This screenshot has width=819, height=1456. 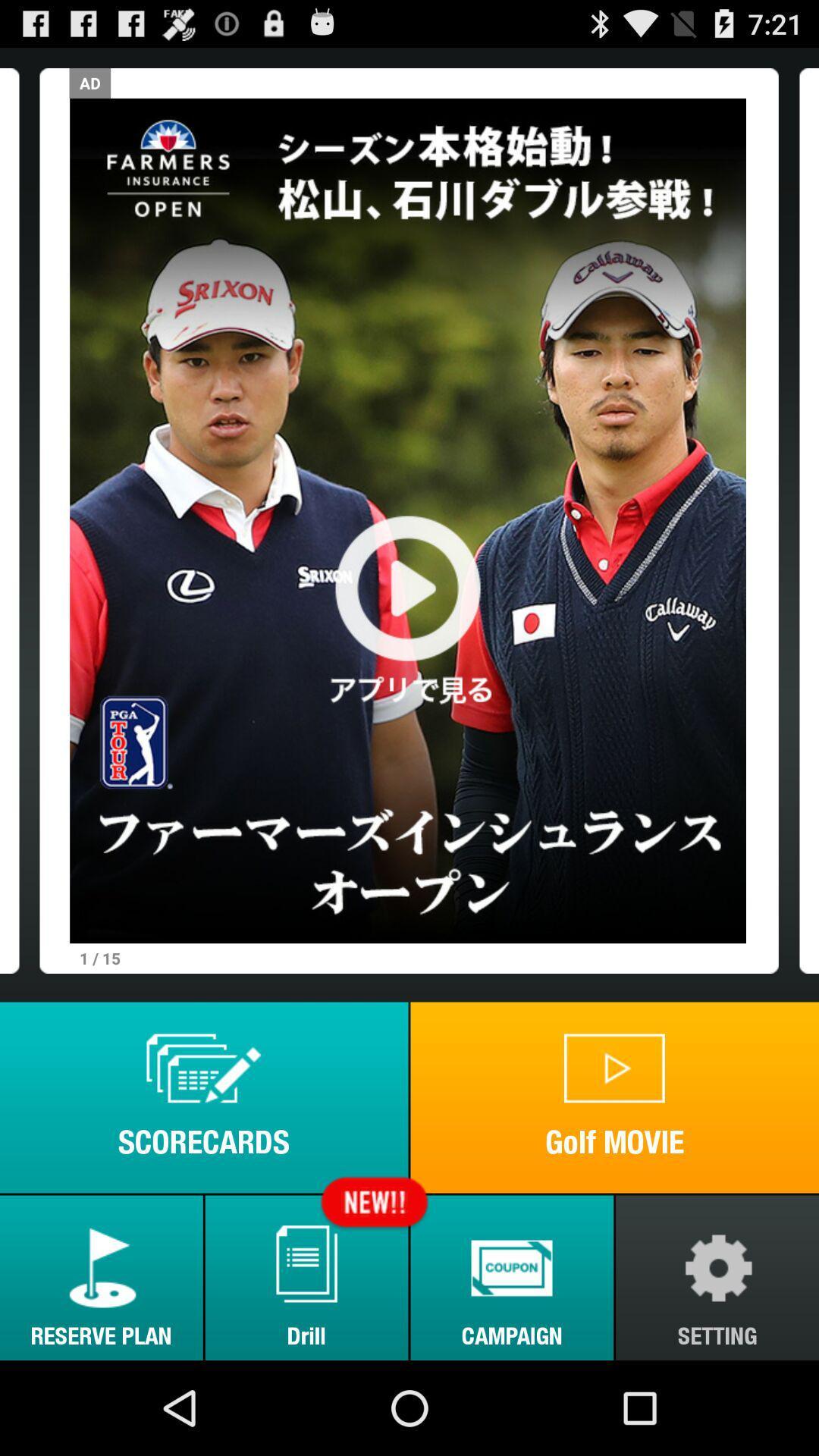 What do you see at coordinates (717, 1277) in the screenshot?
I see `setting button` at bounding box center [717, 1277].